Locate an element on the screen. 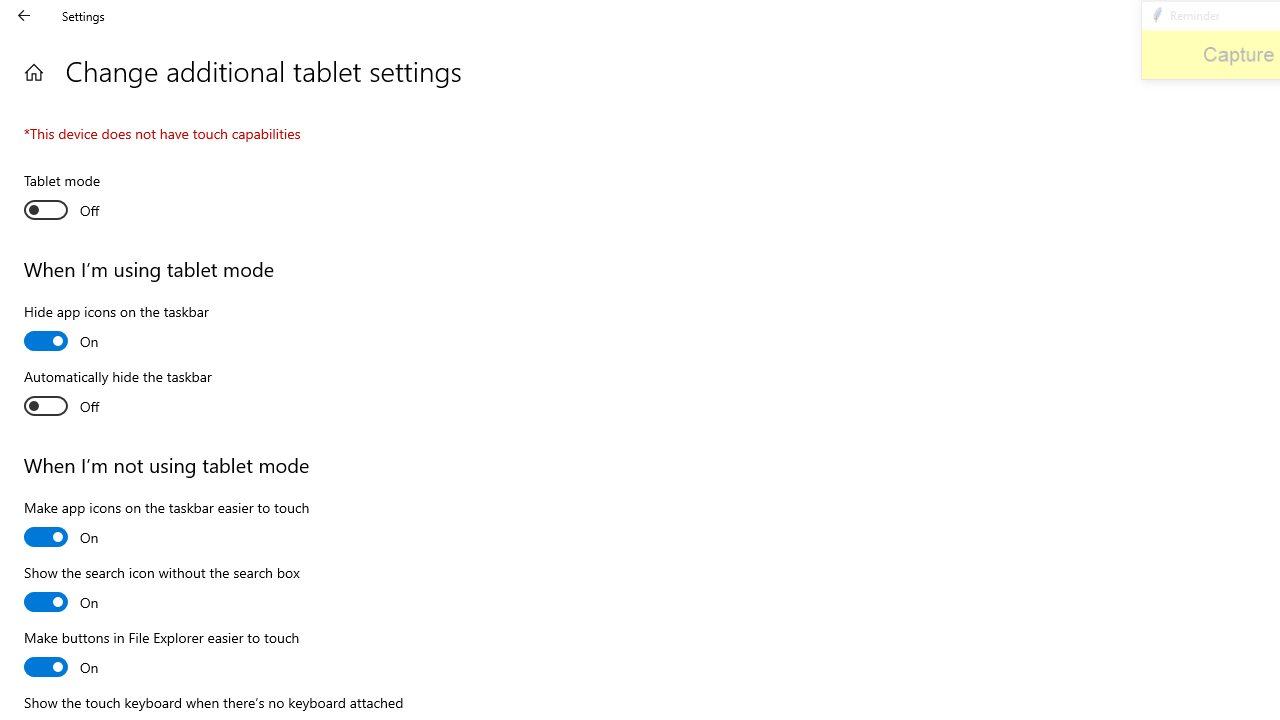 The image size is (1280, 720). 'Tablet mode' is located at coordinates (96, 198).